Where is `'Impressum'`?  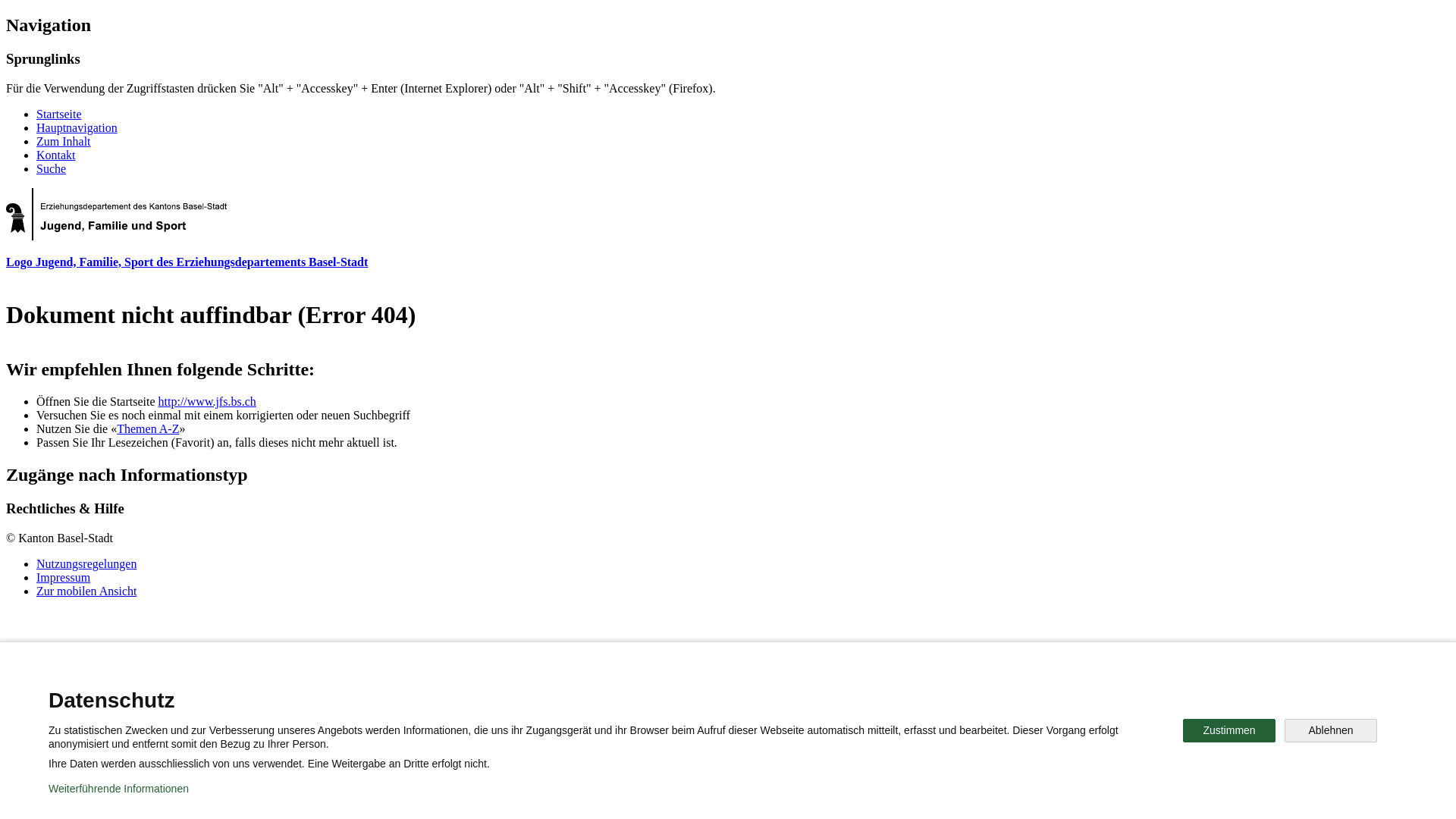 'Impressum' is located at coordinates (62, 577).